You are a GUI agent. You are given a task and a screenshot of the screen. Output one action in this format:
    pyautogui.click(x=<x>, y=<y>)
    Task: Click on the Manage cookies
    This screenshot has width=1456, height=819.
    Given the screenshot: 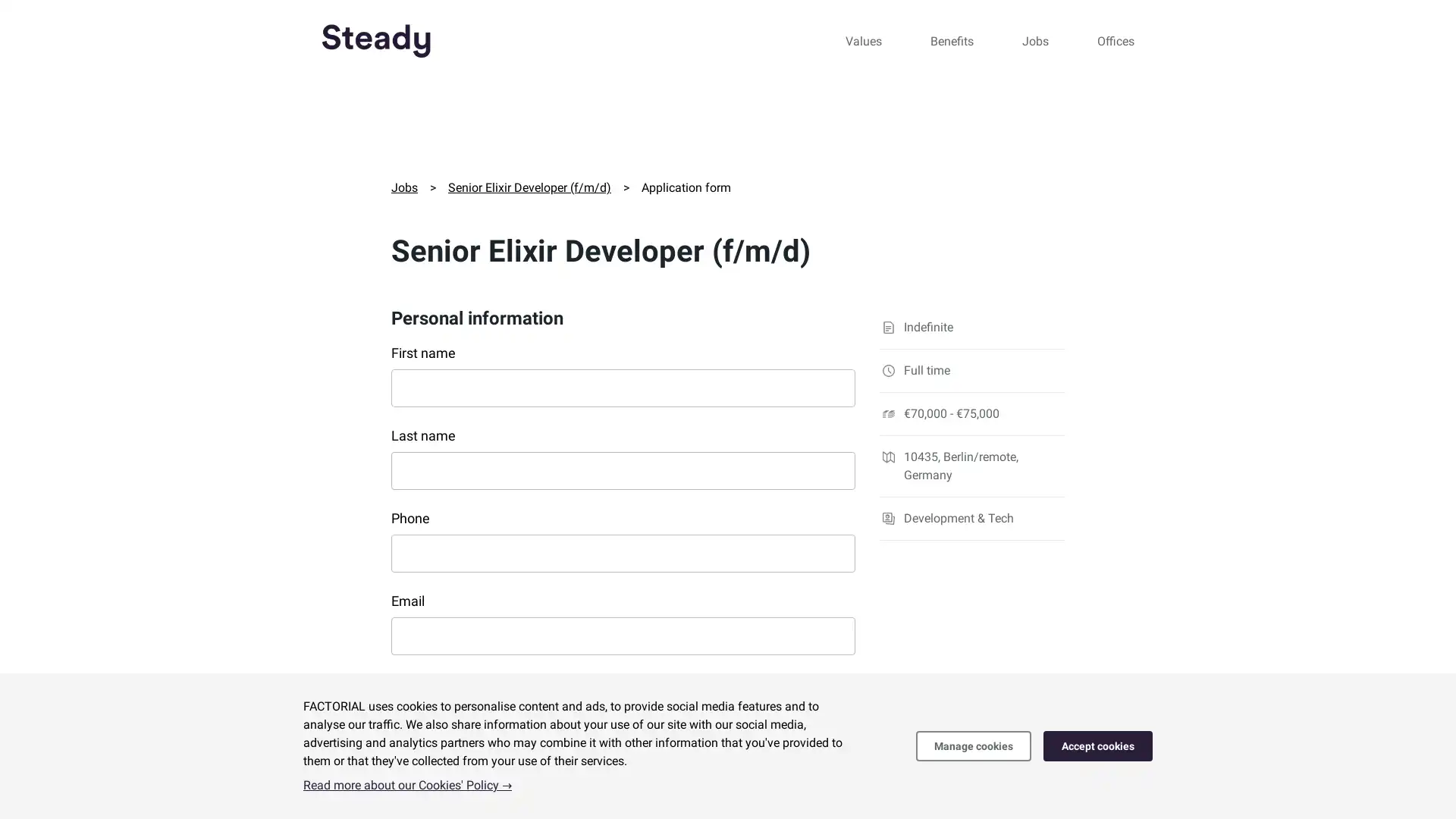 What is the action you would take?
    pyautogui.click(x=973, y=745)
    